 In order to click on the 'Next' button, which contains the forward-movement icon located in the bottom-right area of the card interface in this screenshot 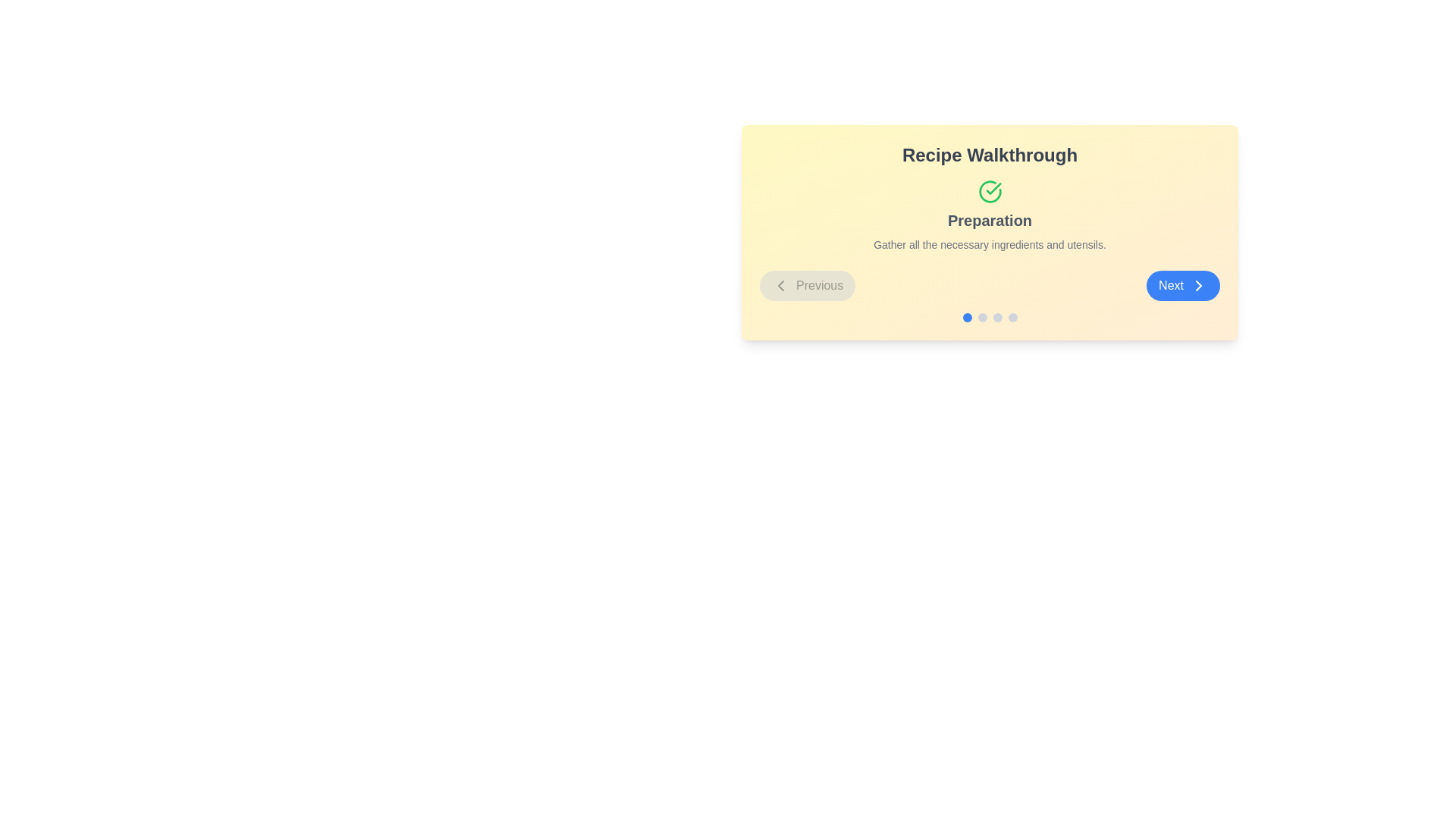, I will do `click(1197, 286)`.